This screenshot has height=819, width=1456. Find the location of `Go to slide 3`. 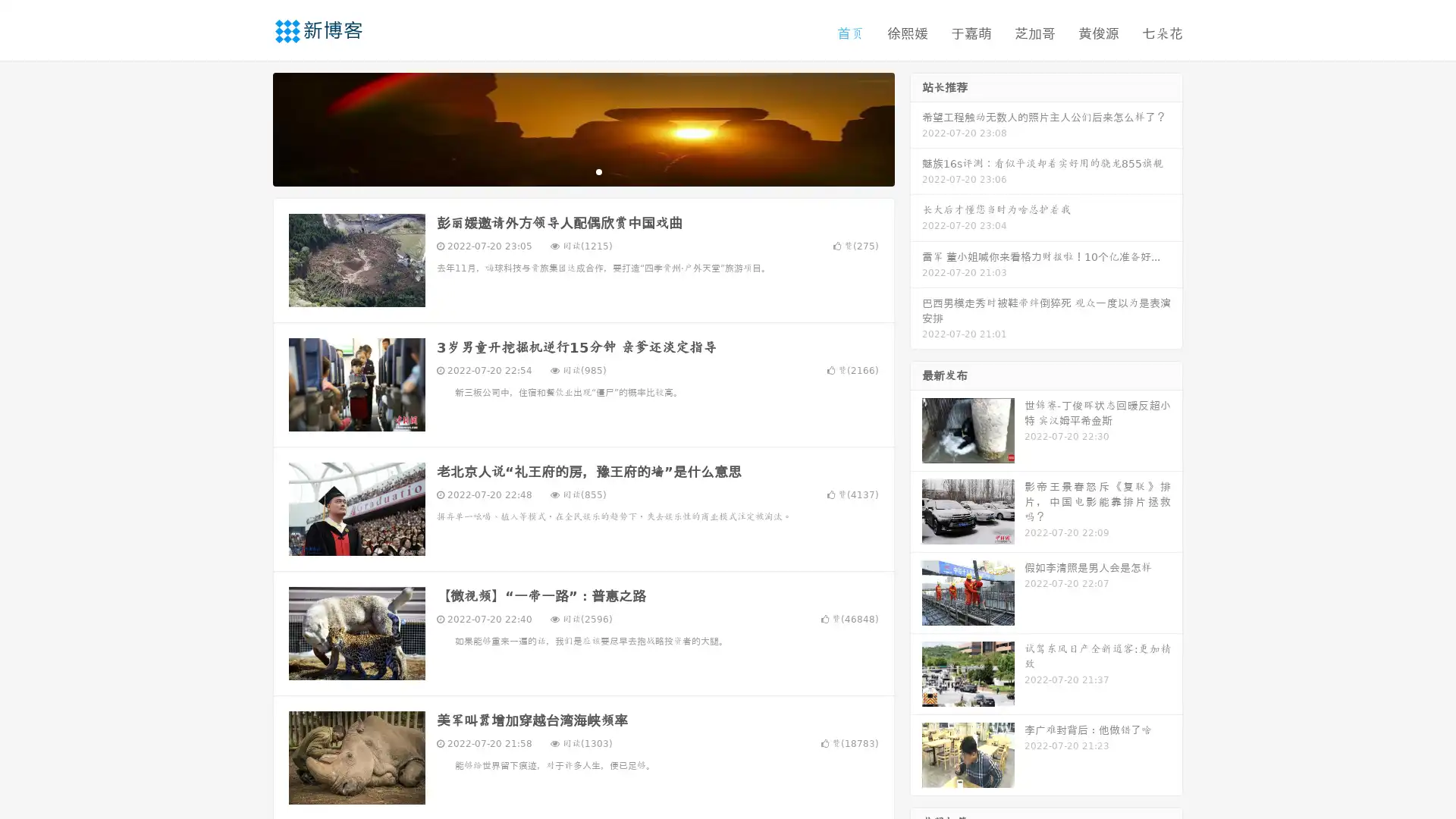

Go to slide 3 is located at coordinates (598, 171).